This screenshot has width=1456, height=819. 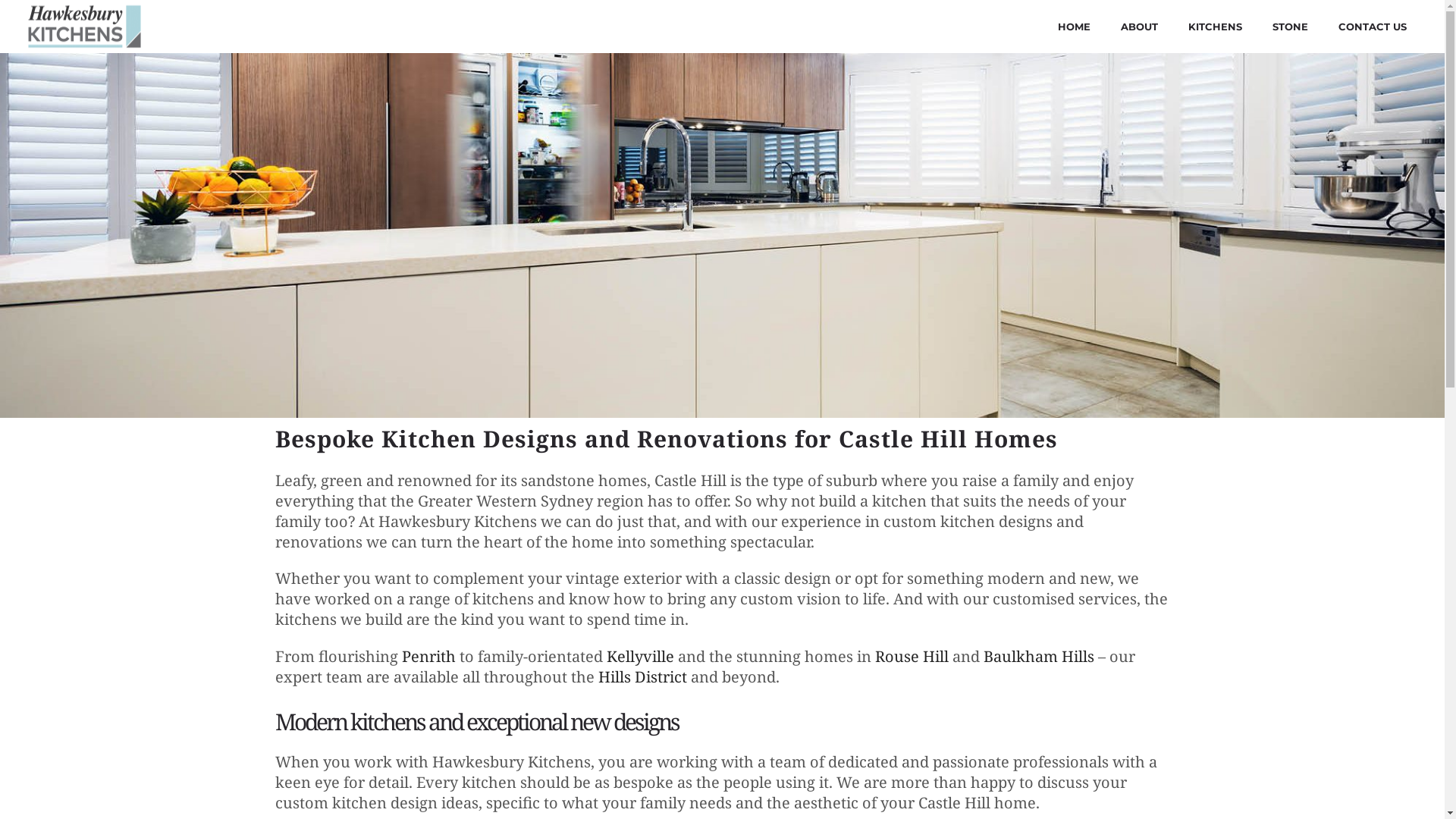 What do you see at coordinates (1372, 26) in the screenshot?
I see `'CONTACT US'` at bounding box center [1372, 26].